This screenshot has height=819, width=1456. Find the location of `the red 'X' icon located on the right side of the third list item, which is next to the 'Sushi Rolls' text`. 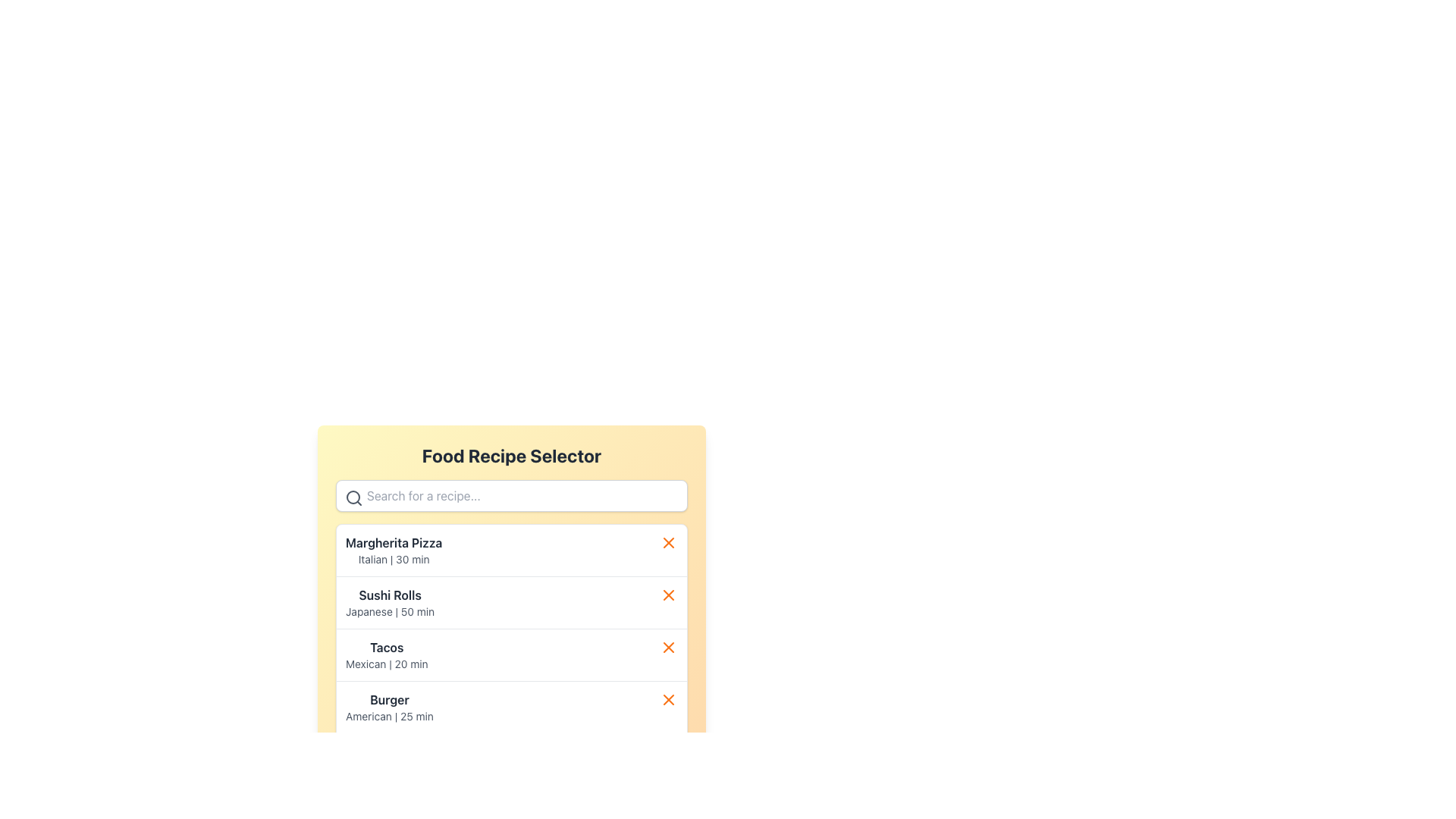

the red 'X' icon located on the right side of the third list item, which is next to the 'Sushi Rolls' text is located at coordinates (668, 595).